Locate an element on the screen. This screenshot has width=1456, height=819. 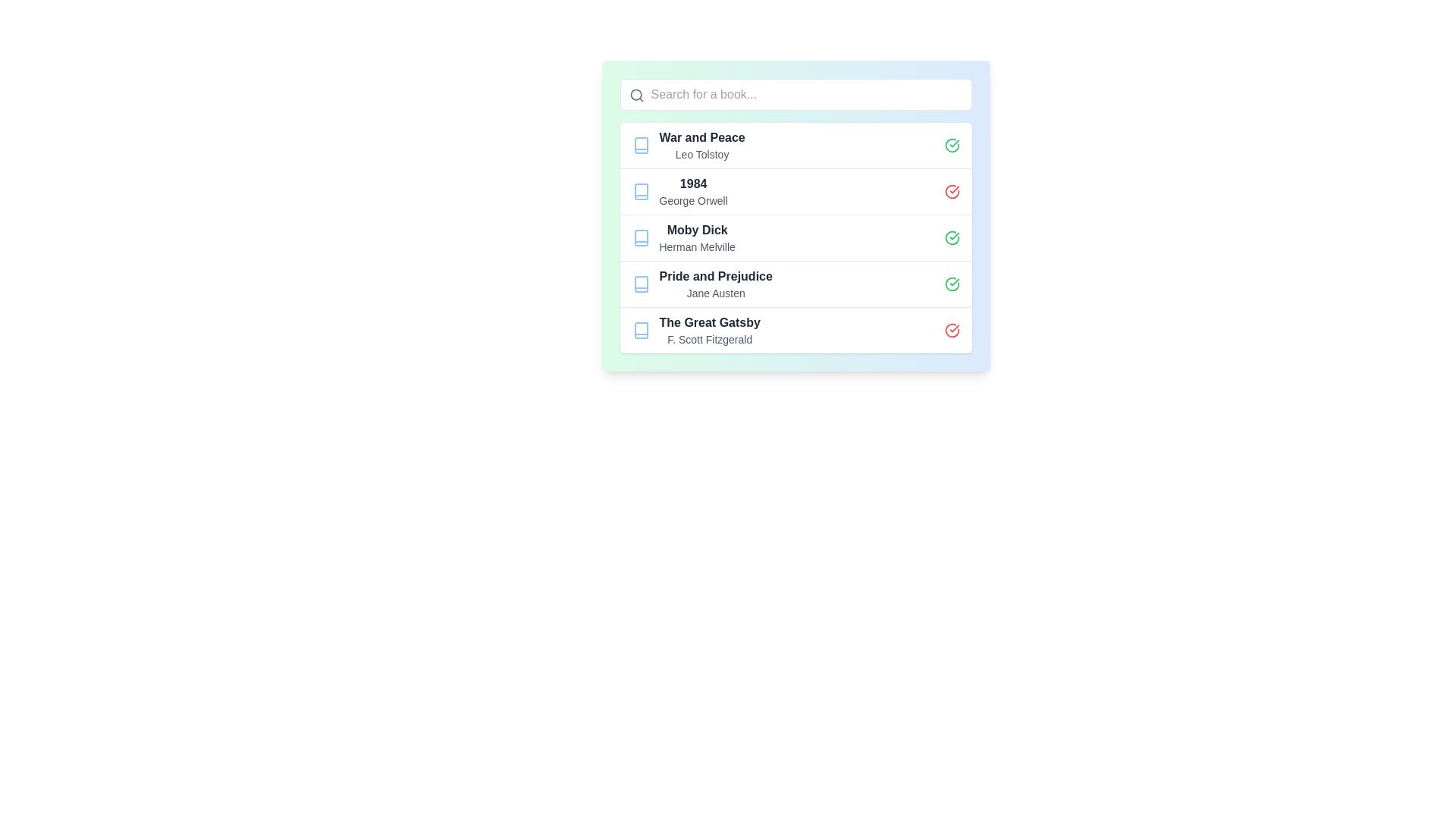
the text display element that shows the title and author of the book, located between '1984' and 'Pride and Prejudice' is located at coordinates (696, 237).